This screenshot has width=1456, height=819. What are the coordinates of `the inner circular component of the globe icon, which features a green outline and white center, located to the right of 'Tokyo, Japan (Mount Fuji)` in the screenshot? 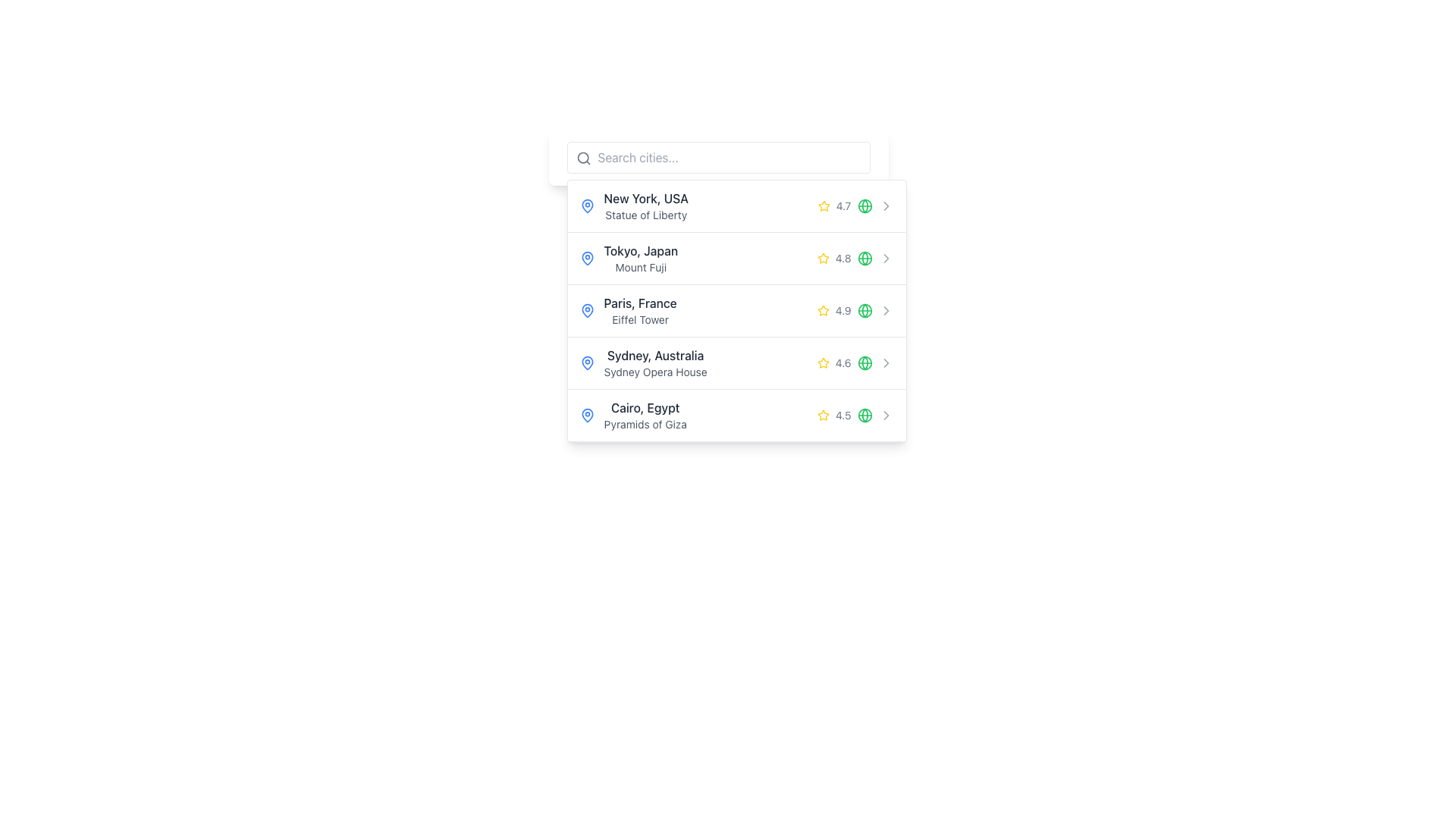 It's located at (864, 257).